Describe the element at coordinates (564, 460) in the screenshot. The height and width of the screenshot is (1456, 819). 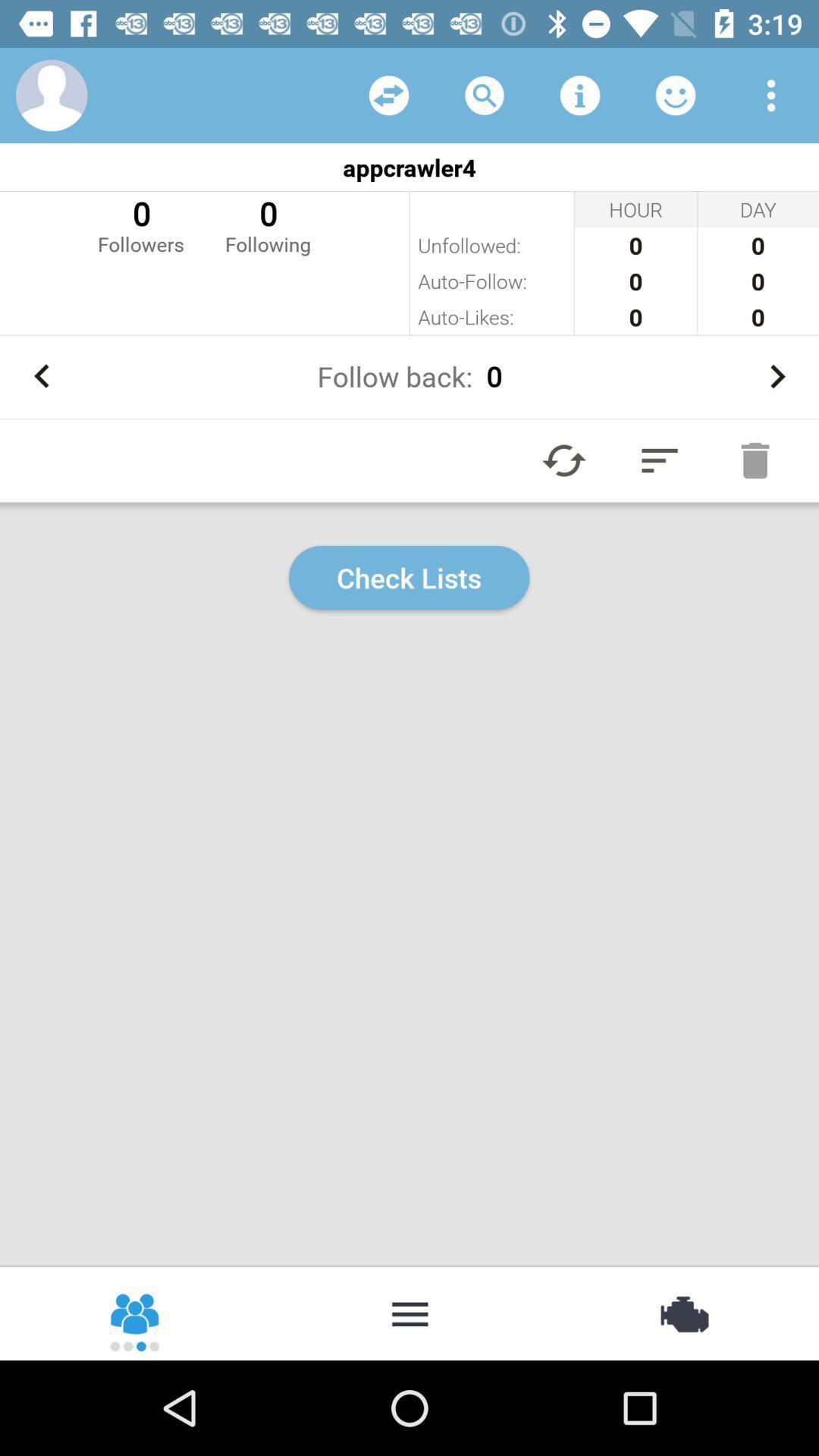
I see `the icon below the follow back:  0 icon` at that location.